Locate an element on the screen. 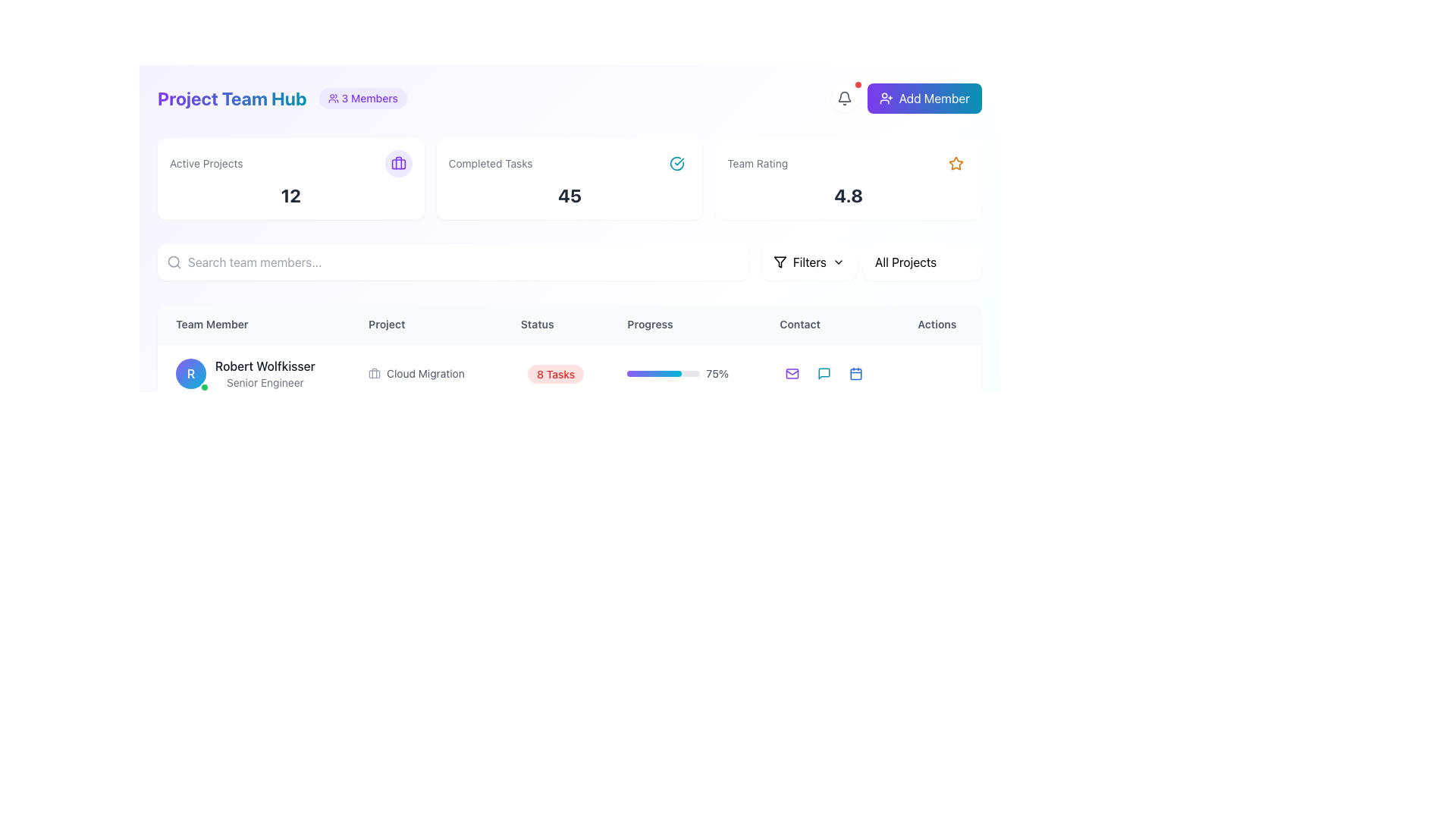 This screenshot has width=1456, height=819. the text label reading 'Cloud Migration', which is styled with a small font size and gray color, located to the right of a briefcase icon in the 'Project' column associated with 'Robert Wolfkisser' is located at coordinates (425, 374).